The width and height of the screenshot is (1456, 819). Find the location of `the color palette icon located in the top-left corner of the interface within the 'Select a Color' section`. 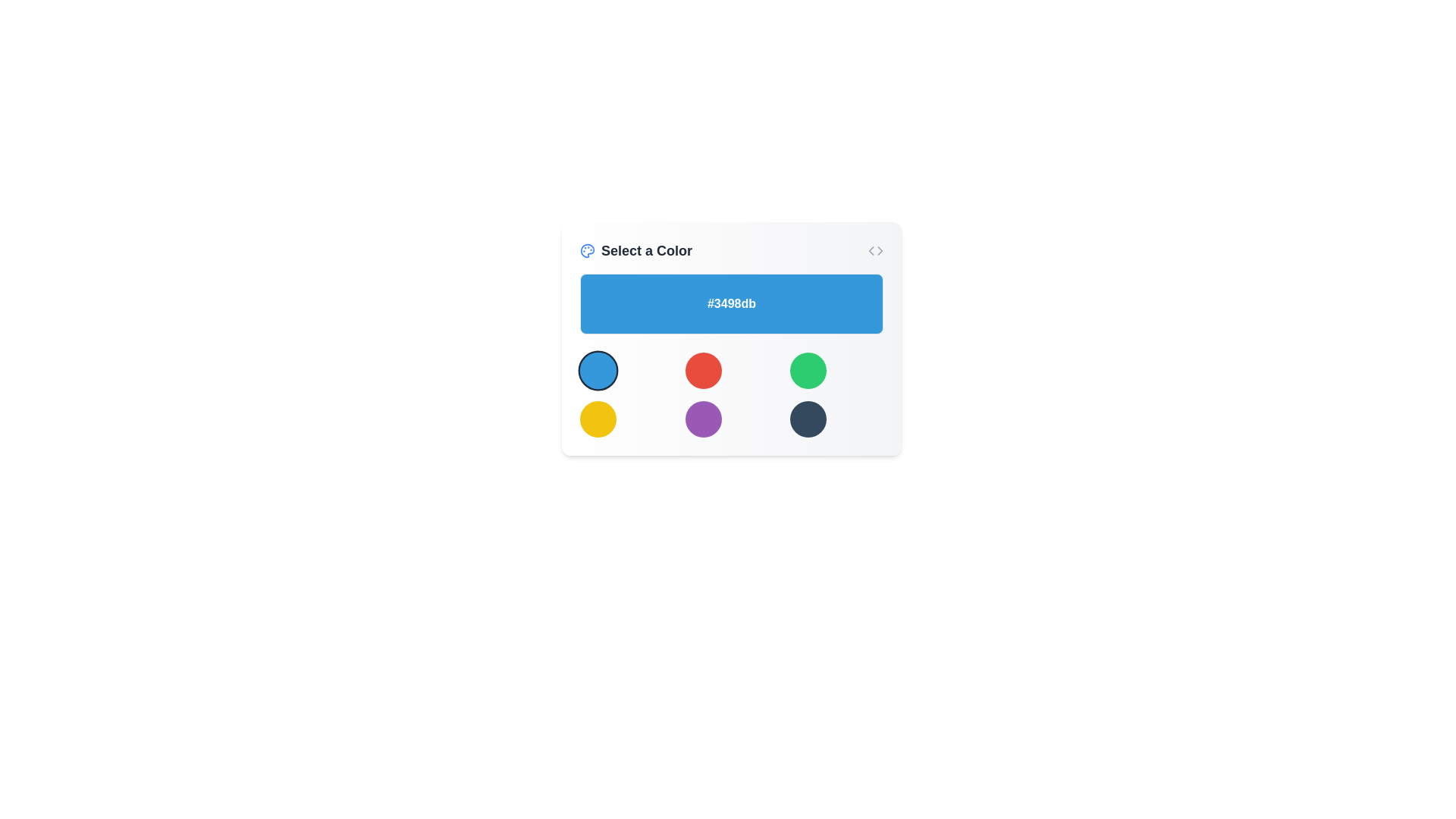

the color palette icon located in the top-left corner of the interface within the 'Select a Color' section is located at coordinates (586, 250).